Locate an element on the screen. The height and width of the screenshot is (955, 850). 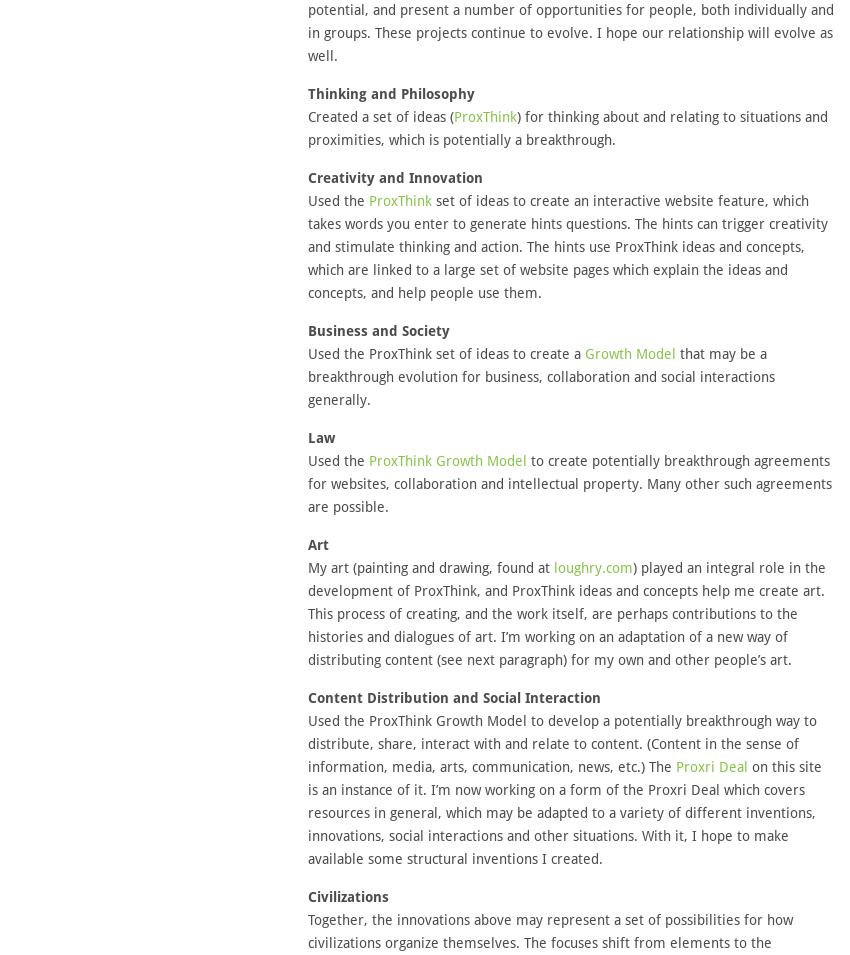
'Art' is located at coordinates (317, 545).